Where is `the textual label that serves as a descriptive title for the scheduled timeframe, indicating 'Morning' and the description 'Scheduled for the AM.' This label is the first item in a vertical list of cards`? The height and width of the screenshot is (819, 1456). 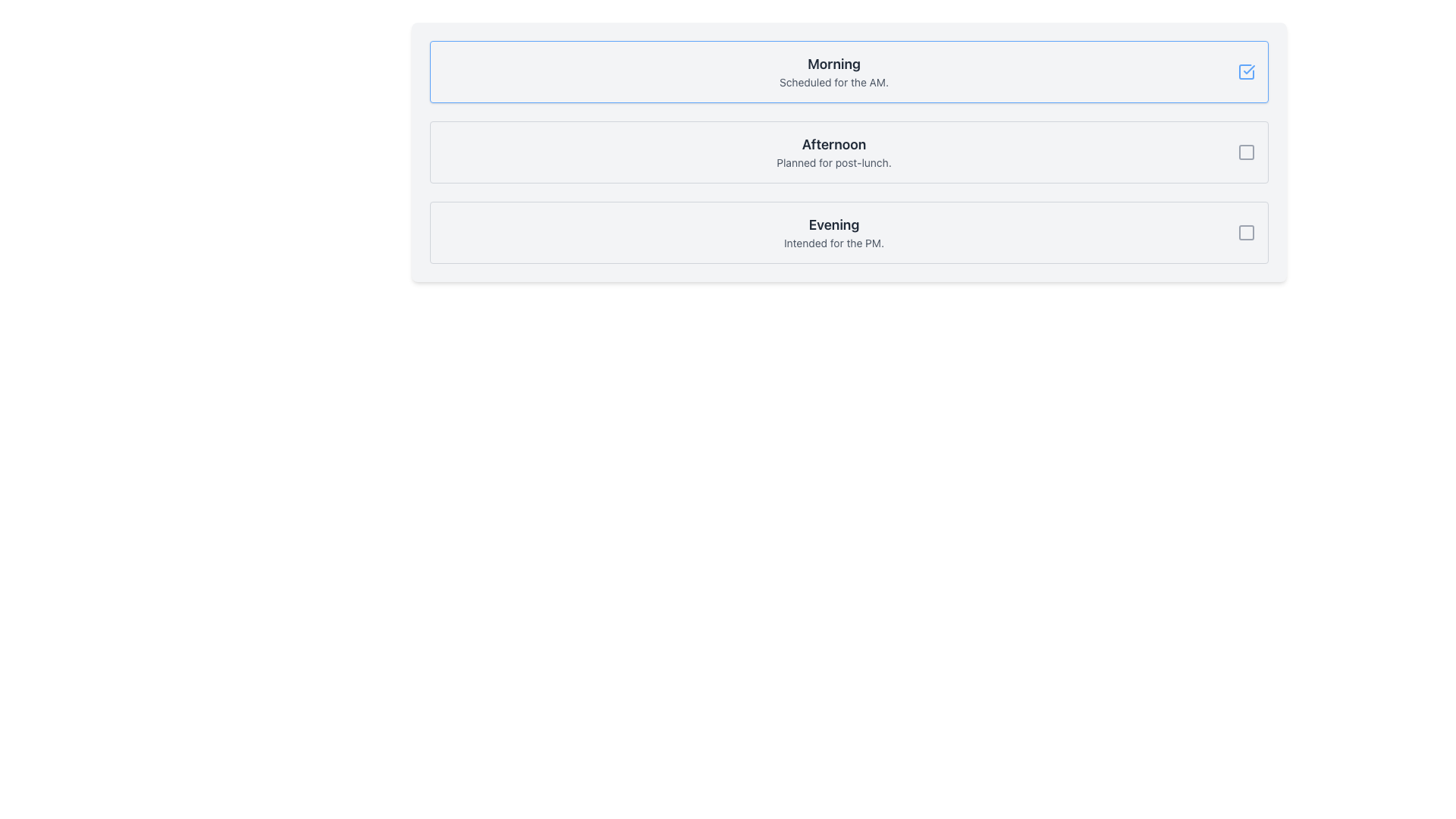
the textual label that serves as a descriptive title for the scheduled timeframe, indicating 'Morning' and the description 'Scheduled for the AM.' This label is the first item in a vertical list of cards is located at coordinates (833, 72).